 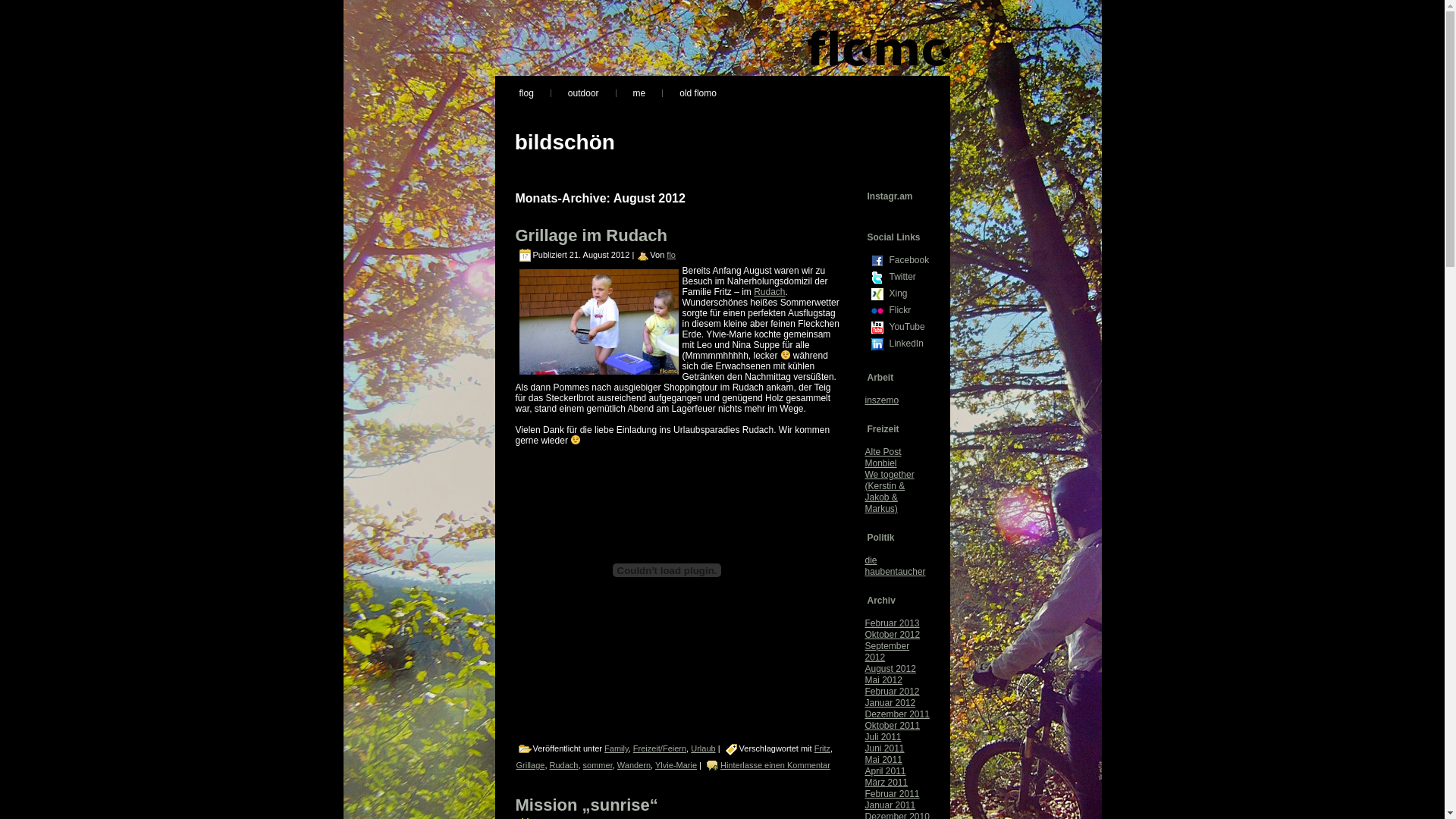 What do you see at coordinates (701, 748) in the screenshot?
I see `'Urlaub'` at bounding box center [701, 748].